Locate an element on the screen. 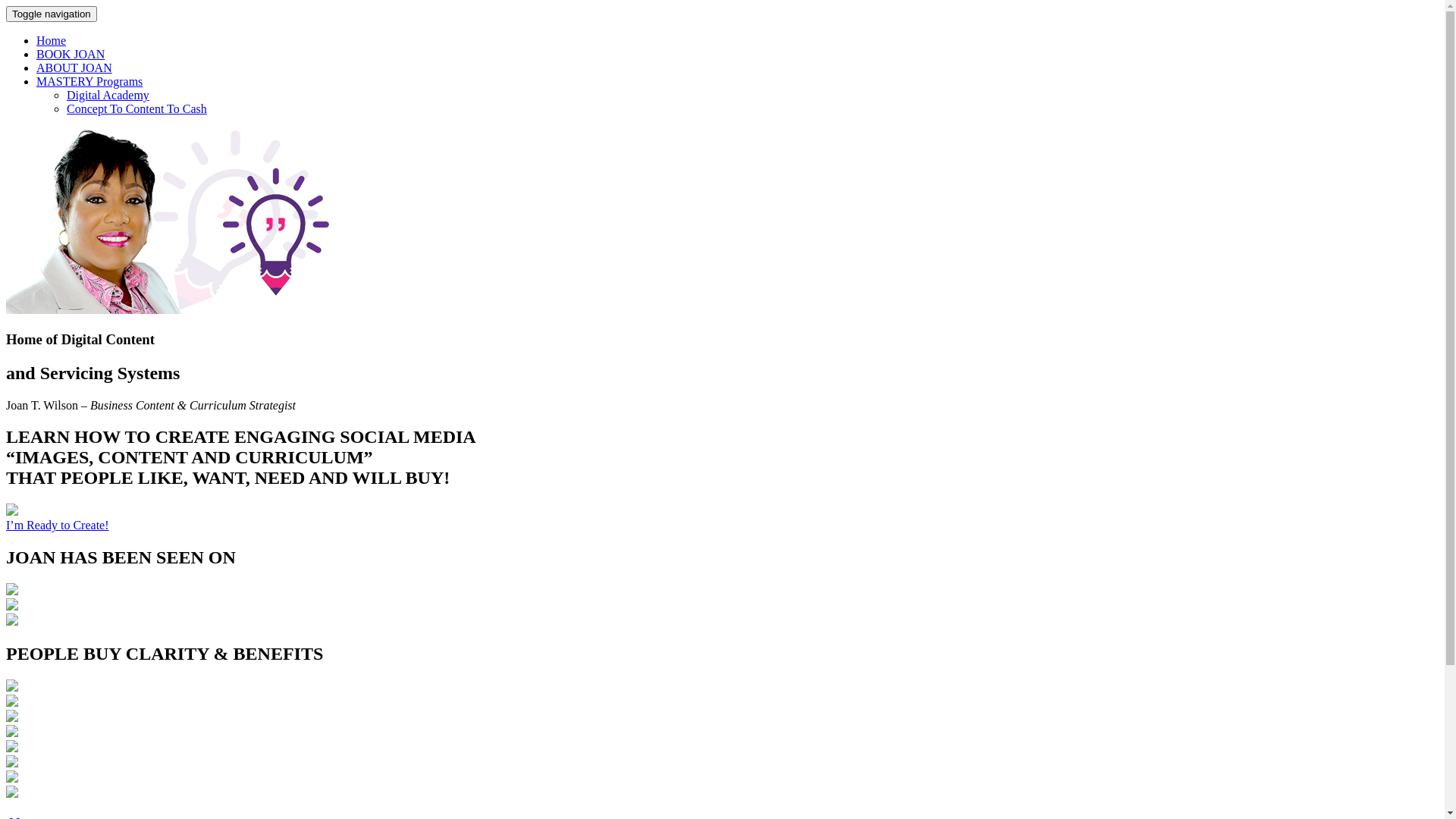  'Toggle navigation' is located at coordinates (6, 14).